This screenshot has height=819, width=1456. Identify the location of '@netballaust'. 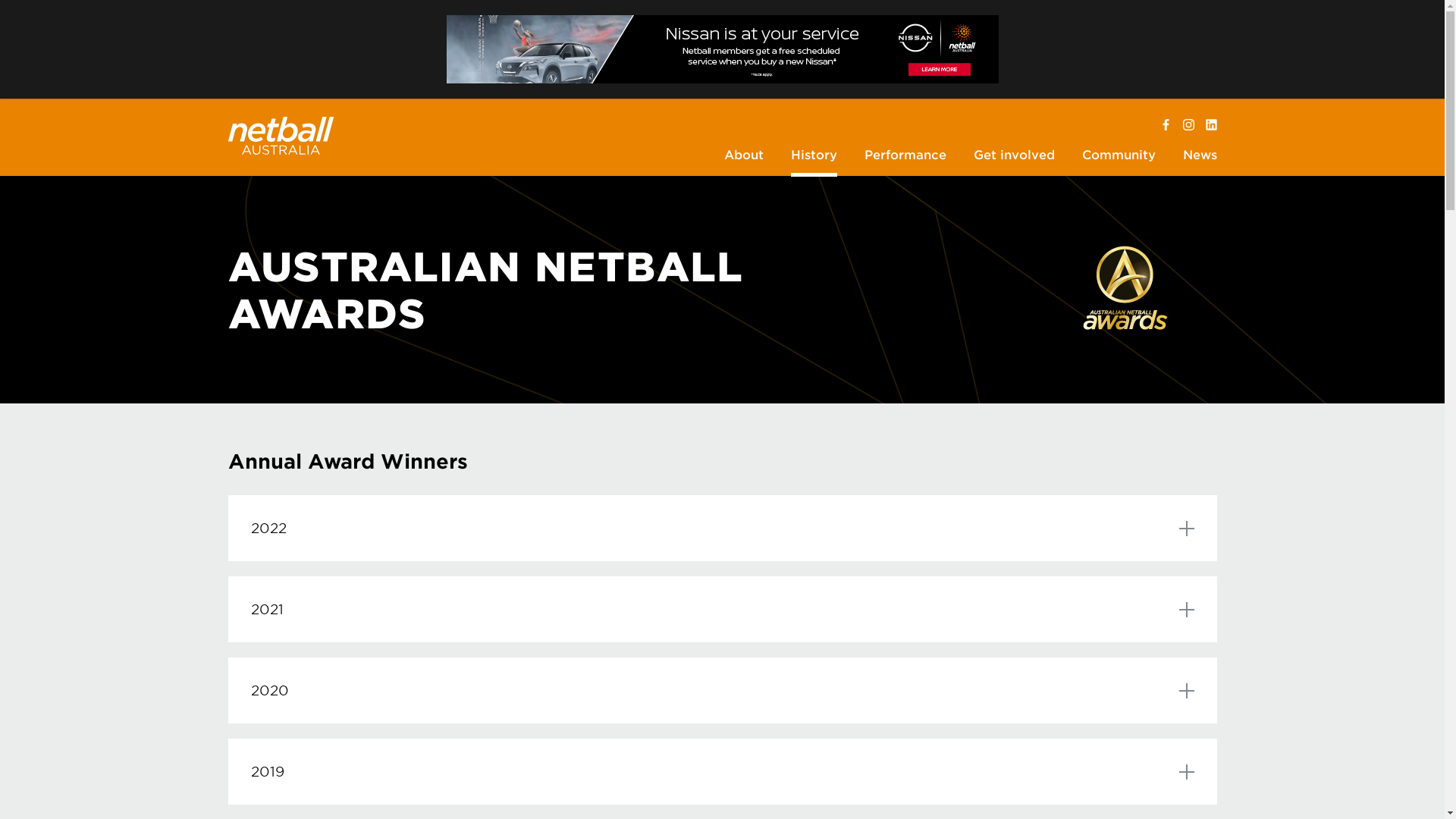
(1188, 124).